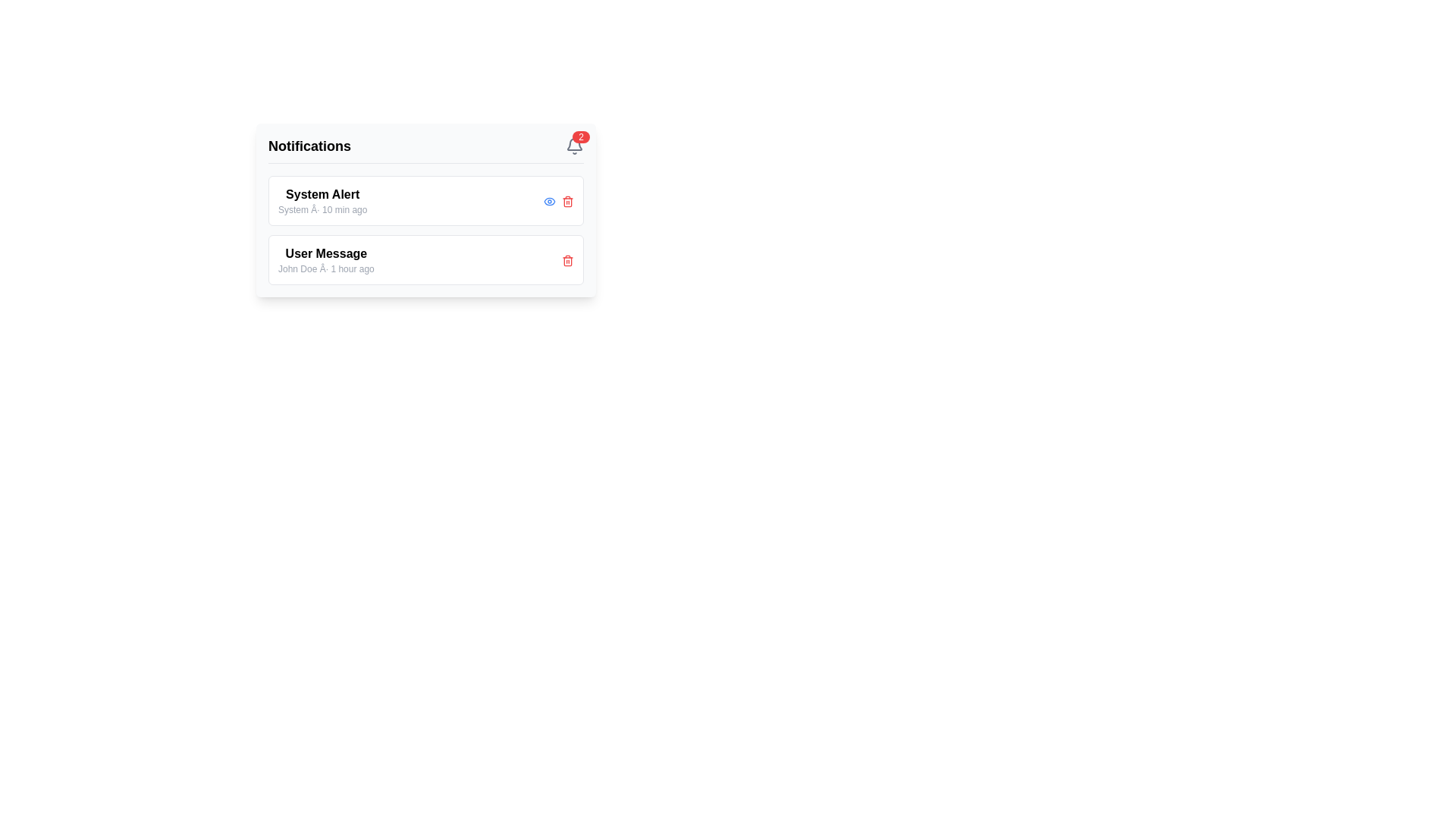 This screenshot has width=1456, height=819. I want to click on the small text label displaying 'System · 10 min ago', which is located below the 'System Alert' heading in the first notification card, so click(322, 210).